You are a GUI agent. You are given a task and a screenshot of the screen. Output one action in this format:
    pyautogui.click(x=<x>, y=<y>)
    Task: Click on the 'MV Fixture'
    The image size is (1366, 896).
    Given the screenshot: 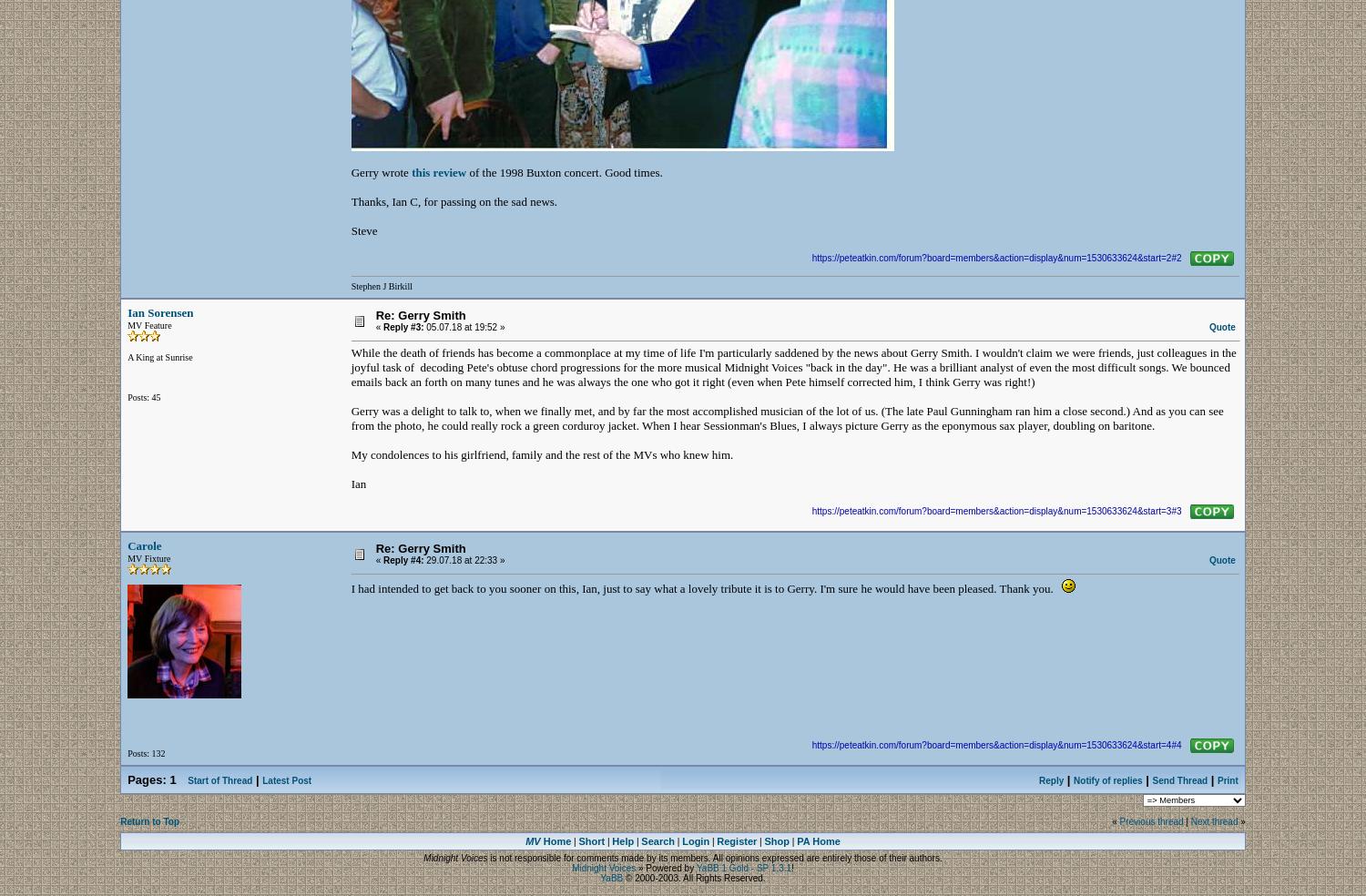 What is the action you would take?
    pyautogui.click(x=148, y=557)
    